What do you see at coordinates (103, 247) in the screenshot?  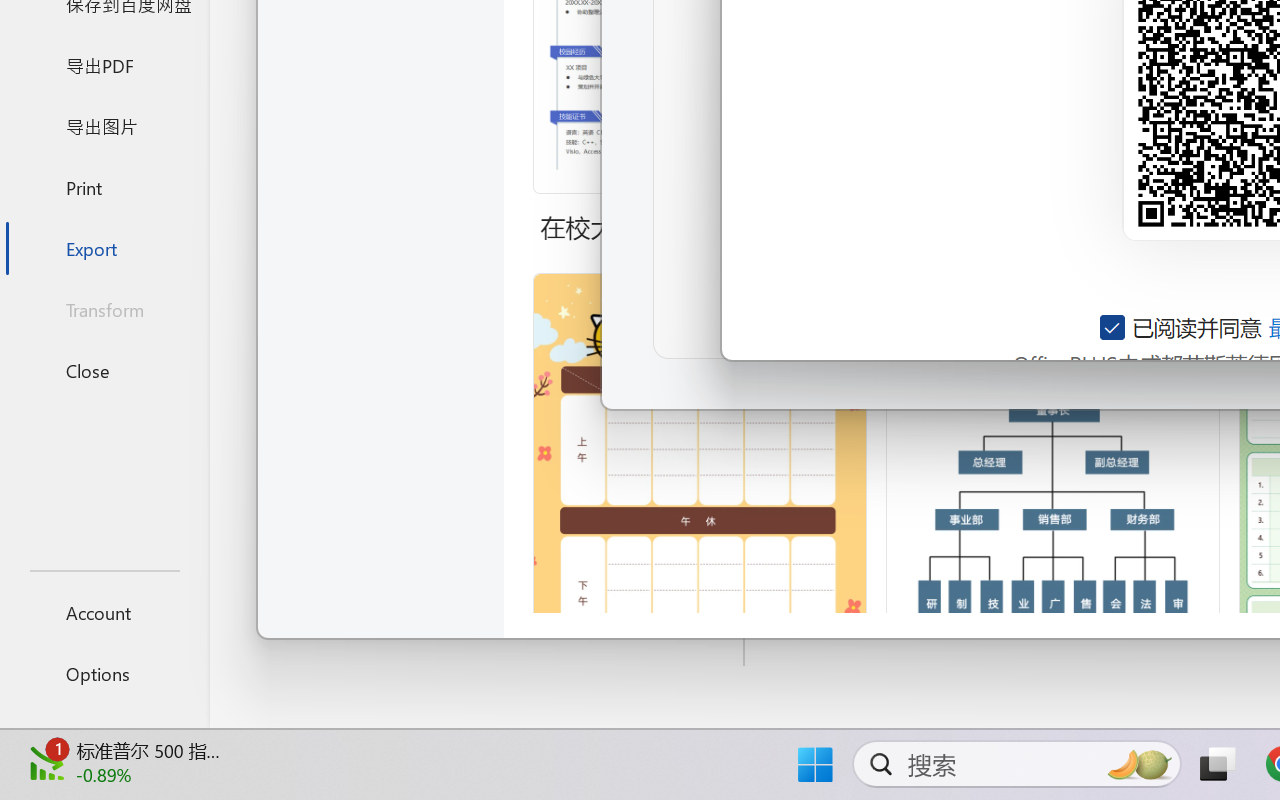 I see `'Export'` at bounding box center [103, 247].